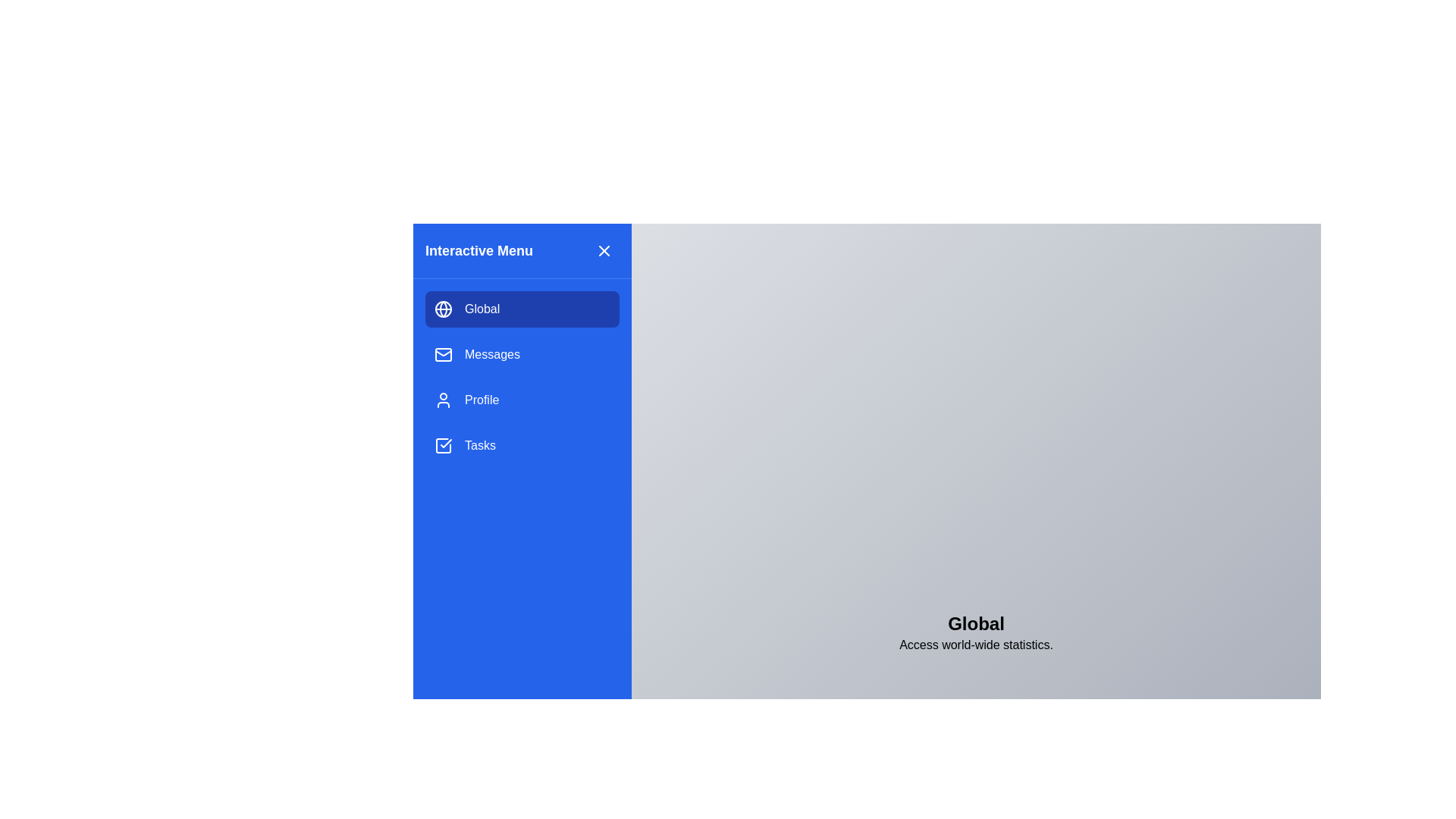 The image size is (1456, 819). I want to click on the topmost button labeled 'Global' in the navigation menu, so click(522, 309).